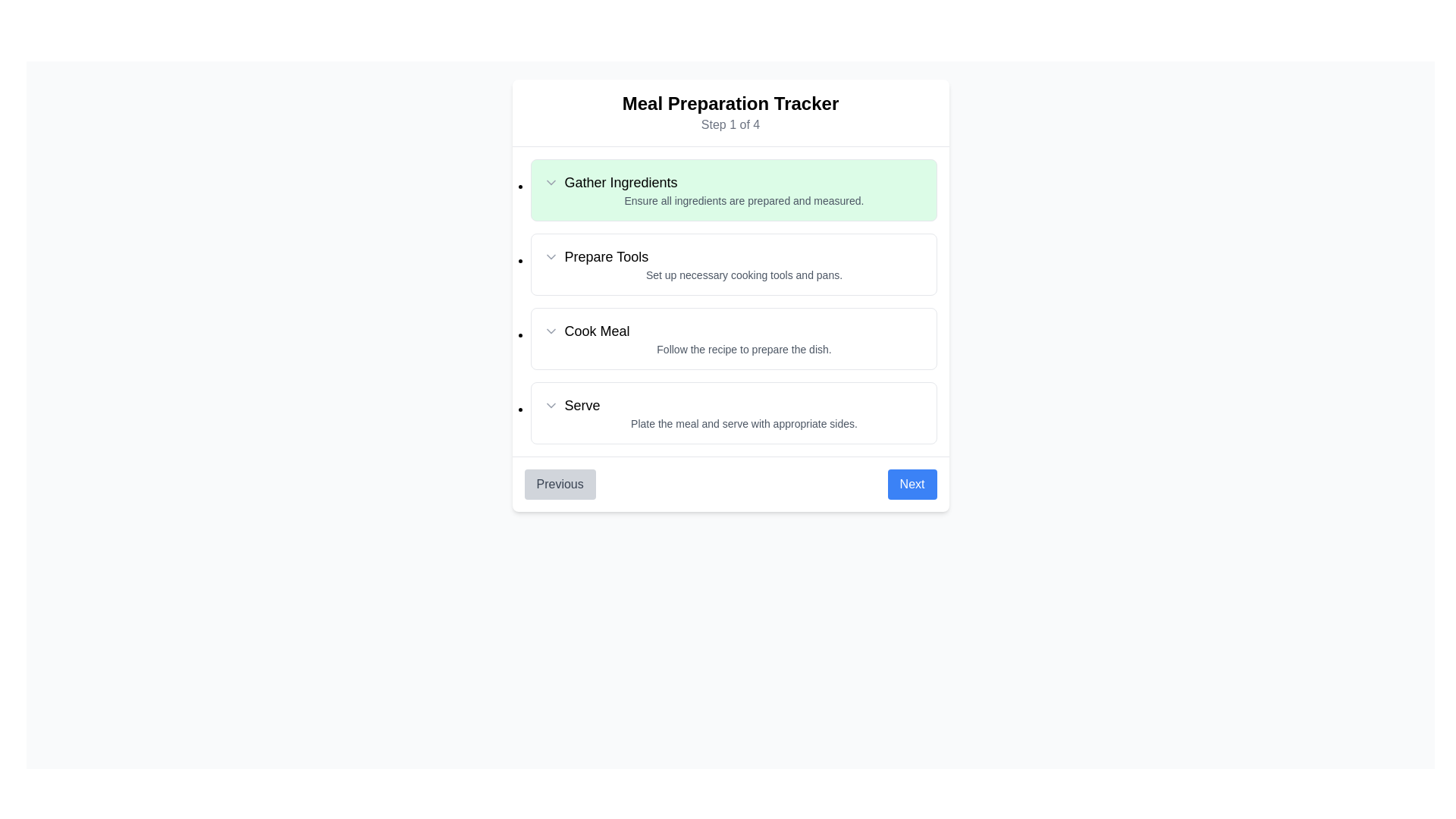  What do you see at coordinates (733, 330) in the screenshot?
I see `the 'Cook Meal' step in the meal preparation wizard interface` at bounding box center [733, 330].